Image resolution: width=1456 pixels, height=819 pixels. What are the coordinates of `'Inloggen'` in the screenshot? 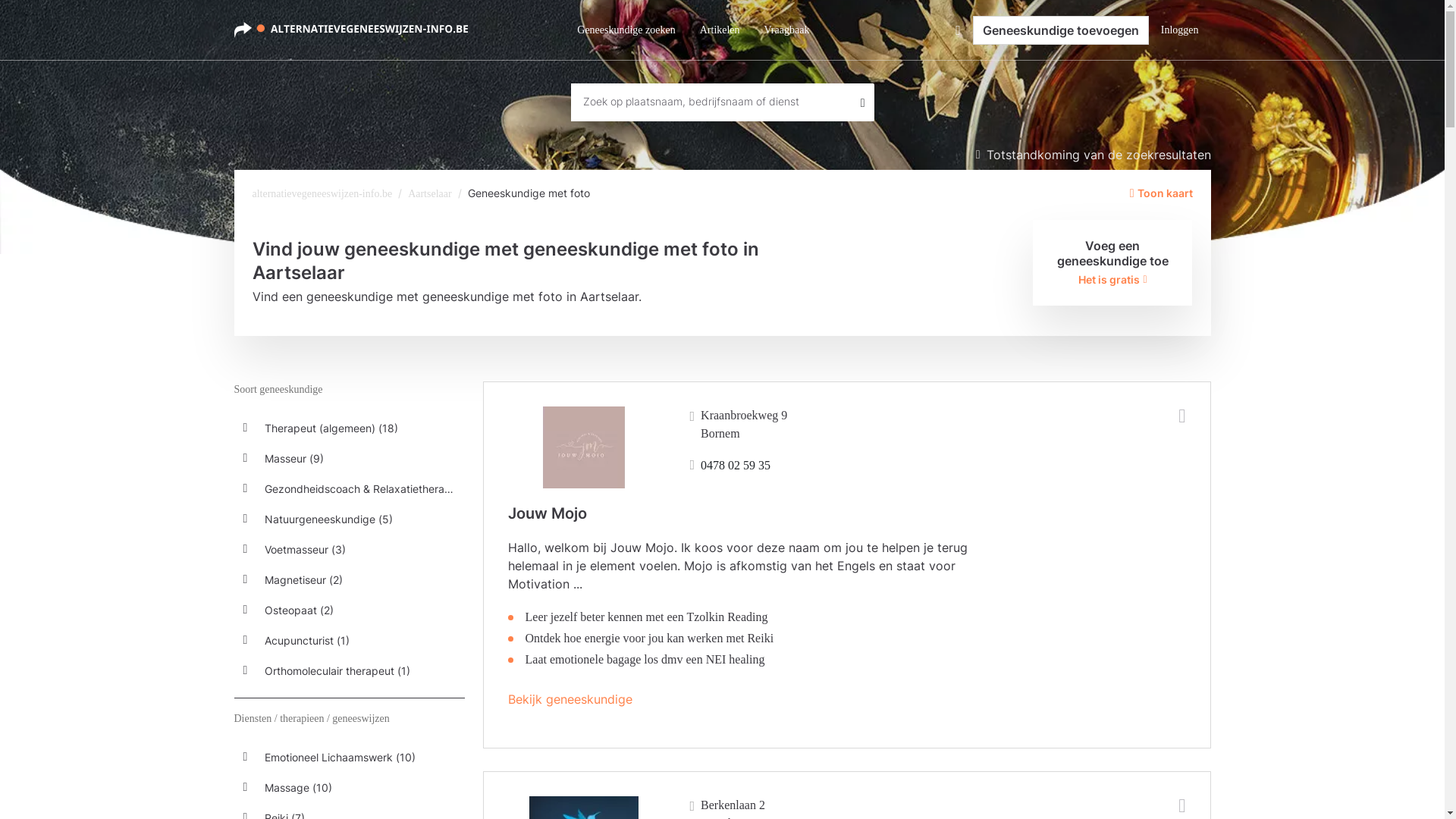 It's located at (1149, 30).